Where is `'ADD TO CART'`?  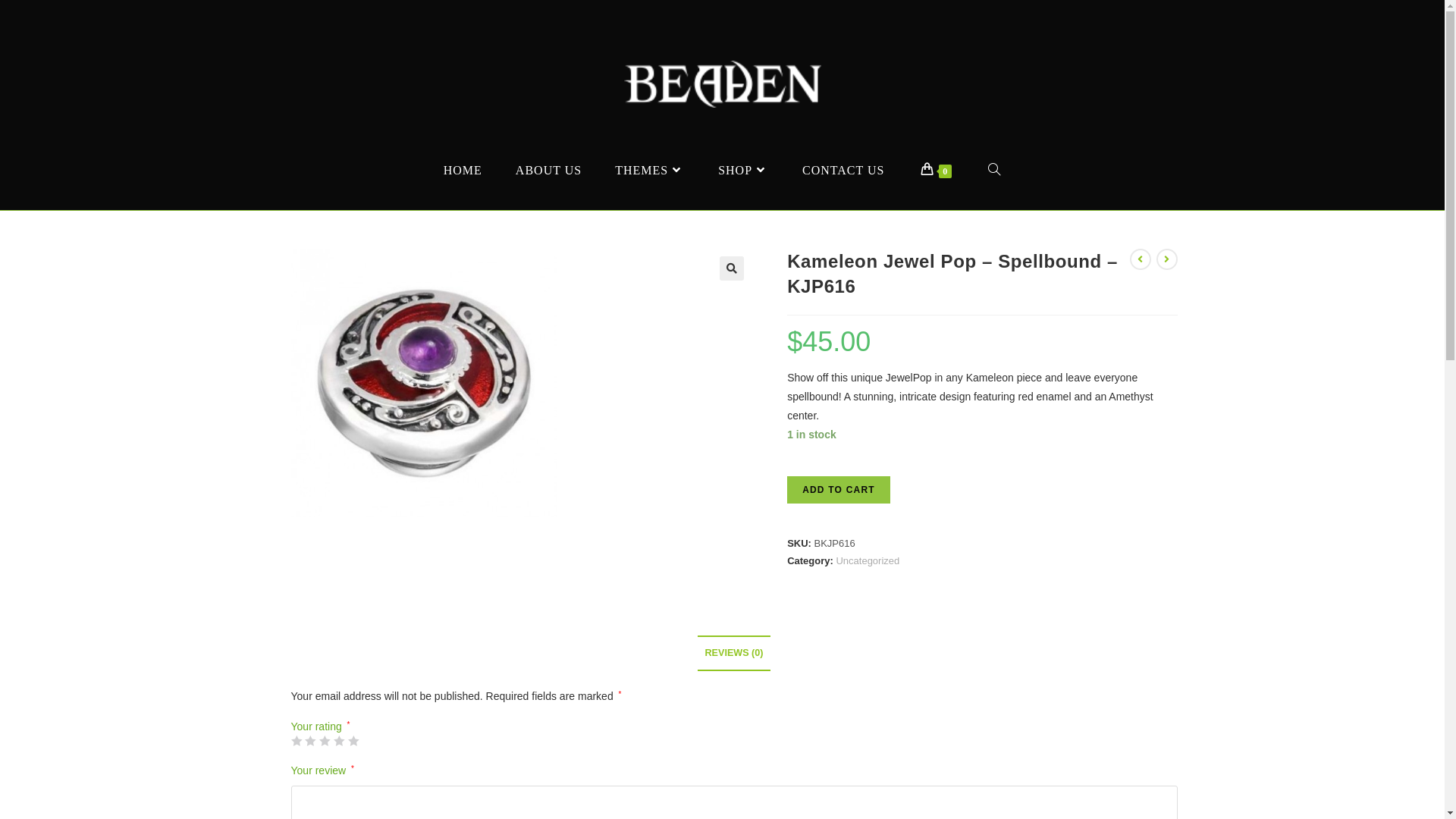
'ADD TO CART' is located at coordinates (837, 489).